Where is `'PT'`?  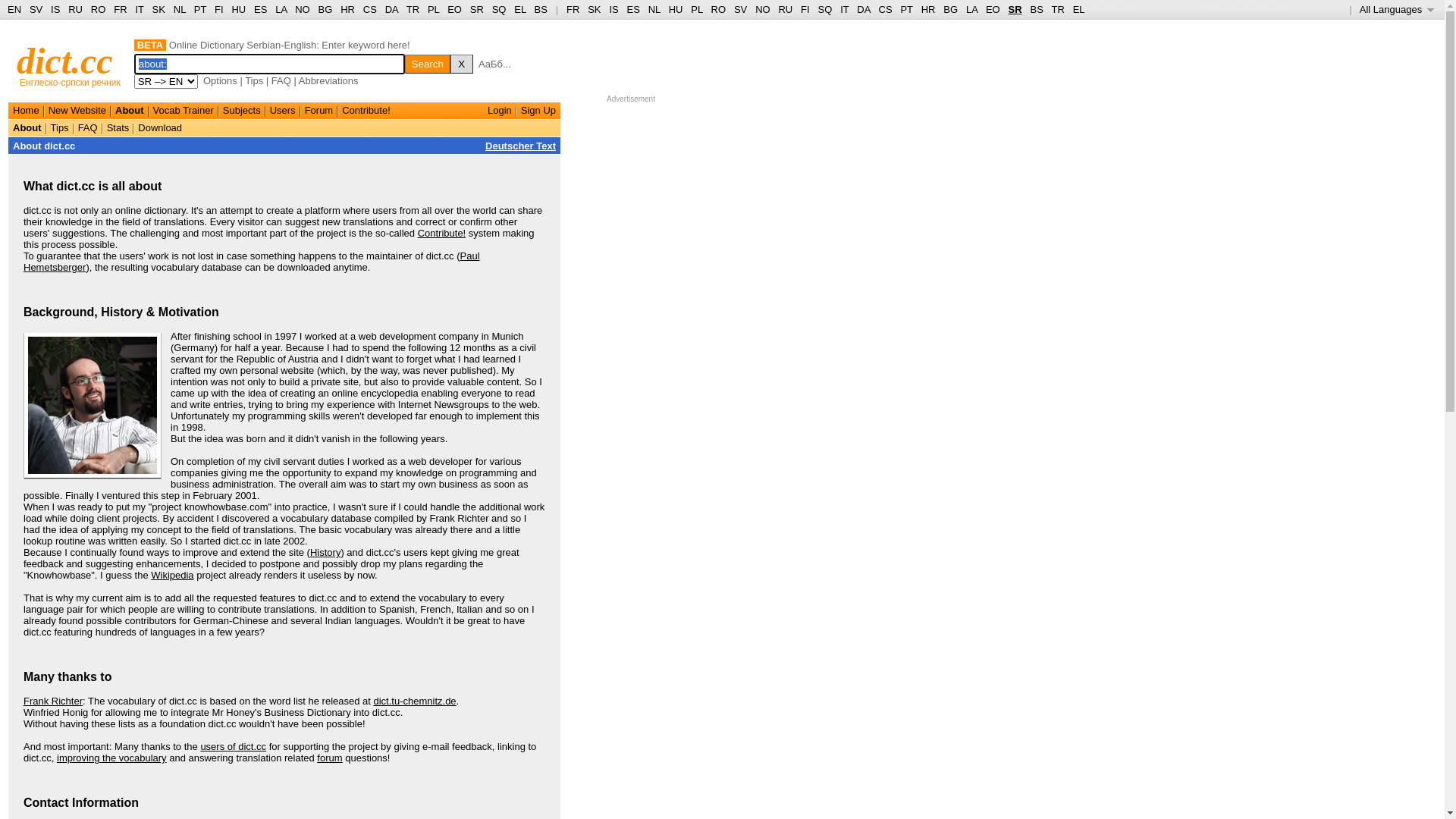
'PT' is located at coordinates (193, 9).